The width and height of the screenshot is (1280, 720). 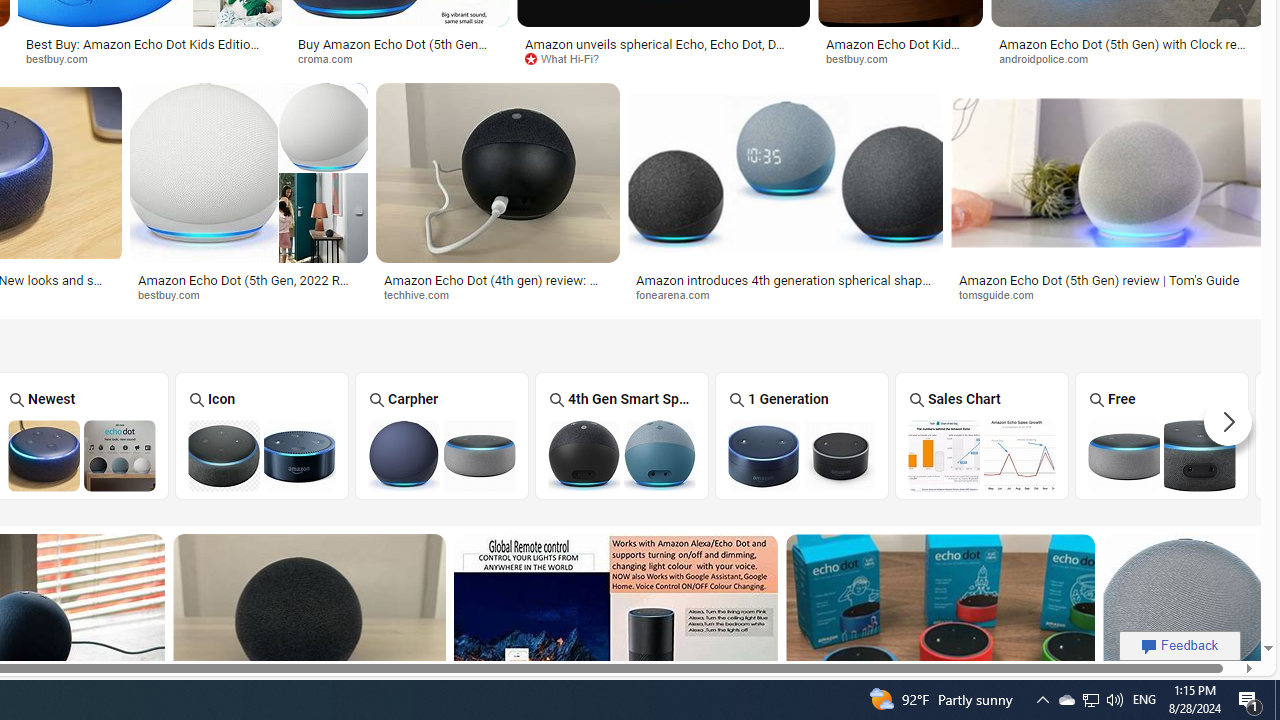 What do you see at coordinates (981, 434) in the screenshot?
I see `'Amazon Echo Dot Sales Chart Sales Chart'` at bounding box center [981, 434].